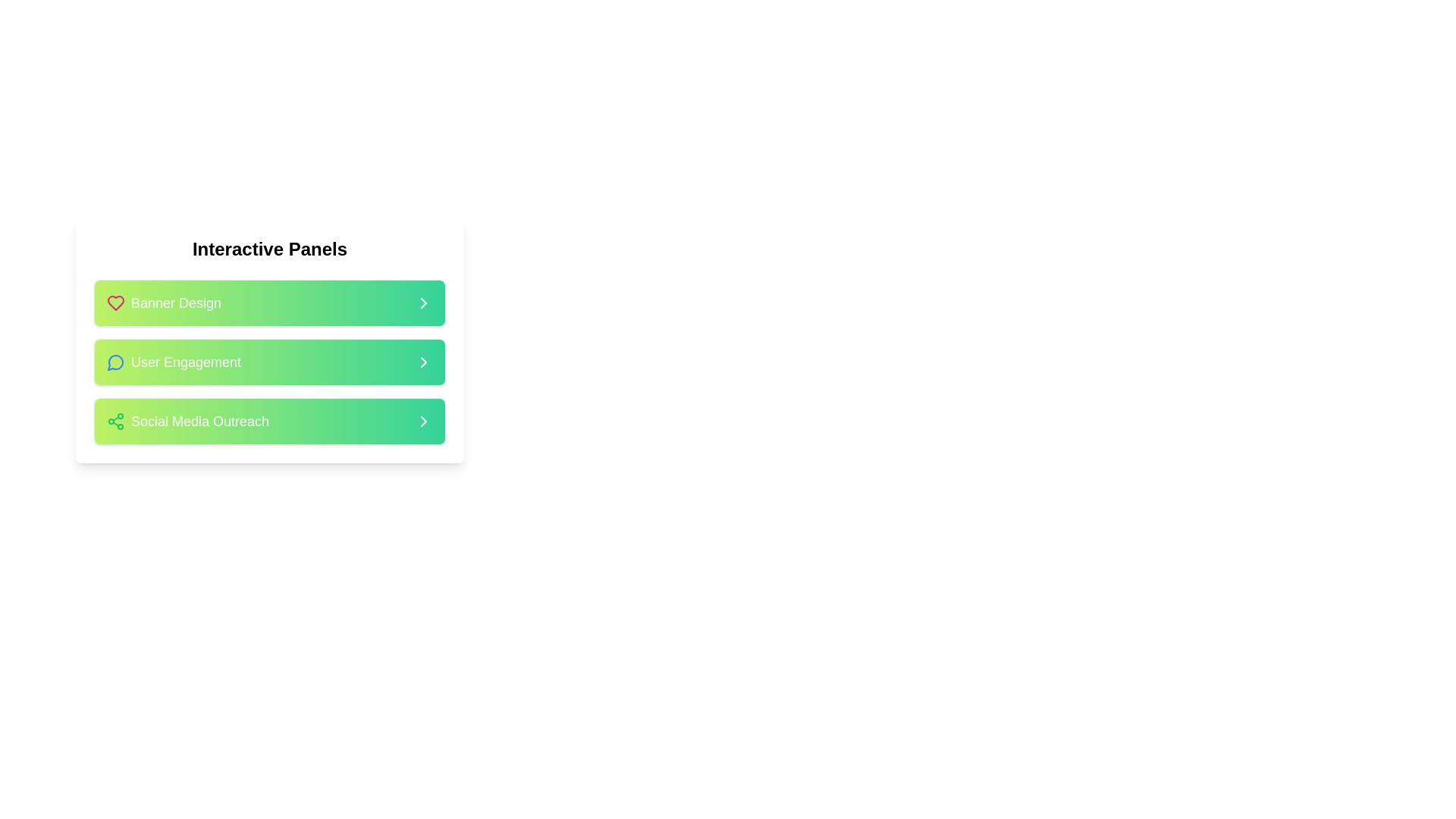  Describe the element at coordinates (269, 248) in the screenshot. I see `the bold and large-sized header text reading 'Interactive Panels' located at the top-center of a white, rounded-corner card` at that location.